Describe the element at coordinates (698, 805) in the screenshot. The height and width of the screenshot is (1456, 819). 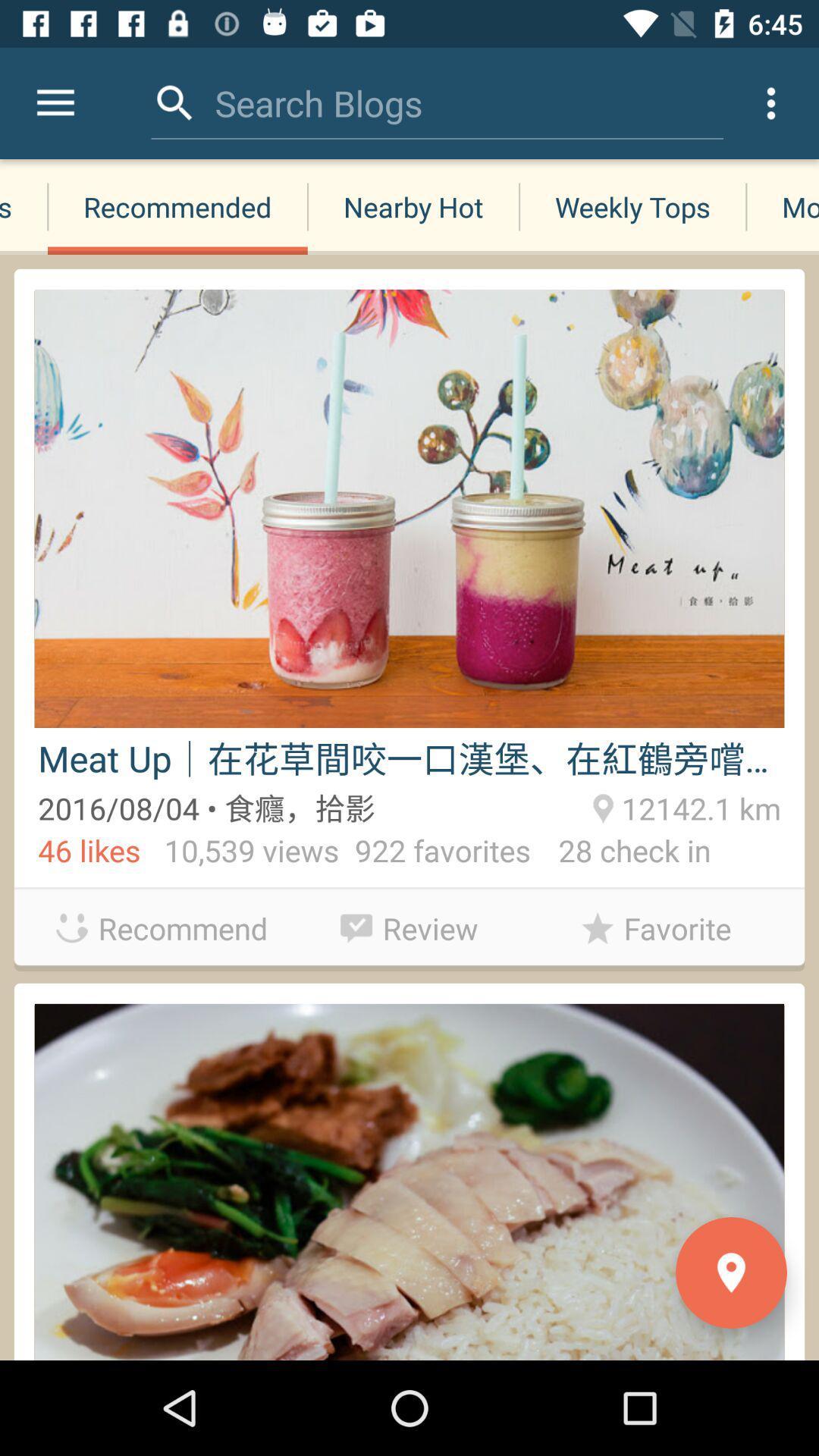
I see `12142.1 km item` at that location.